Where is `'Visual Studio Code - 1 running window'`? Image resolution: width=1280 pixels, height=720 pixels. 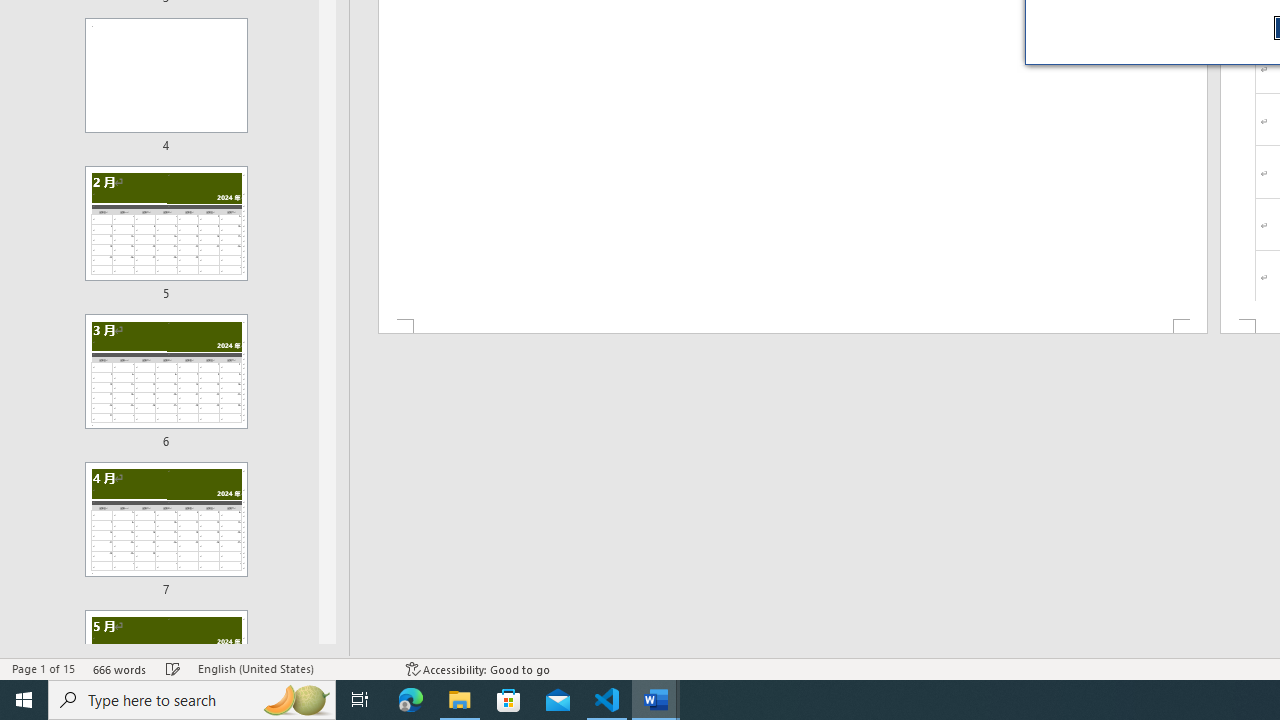 'Visual Studio Code - 1 running window' is located at coordinates (606, 698).